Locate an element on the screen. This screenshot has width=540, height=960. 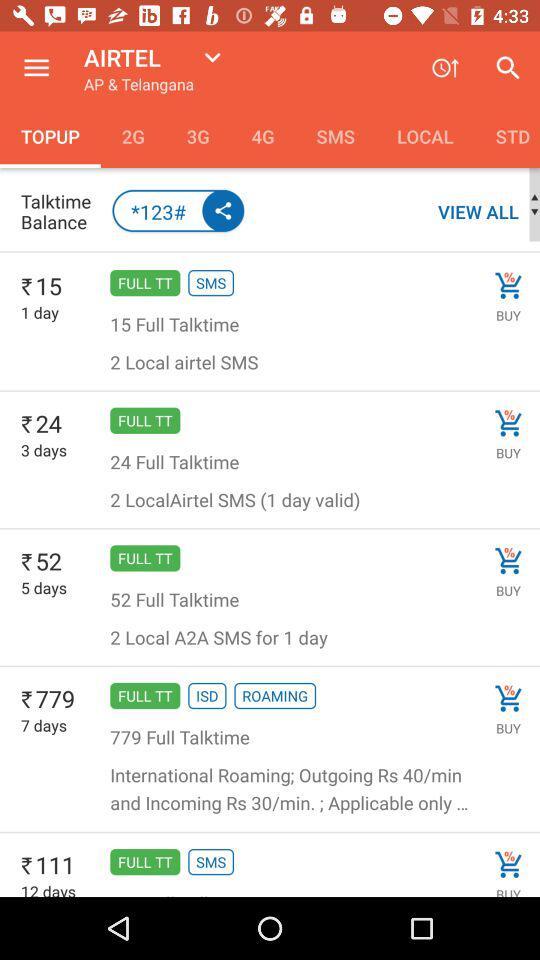
the icon above the topup icon is located at coordinates (36, 68).